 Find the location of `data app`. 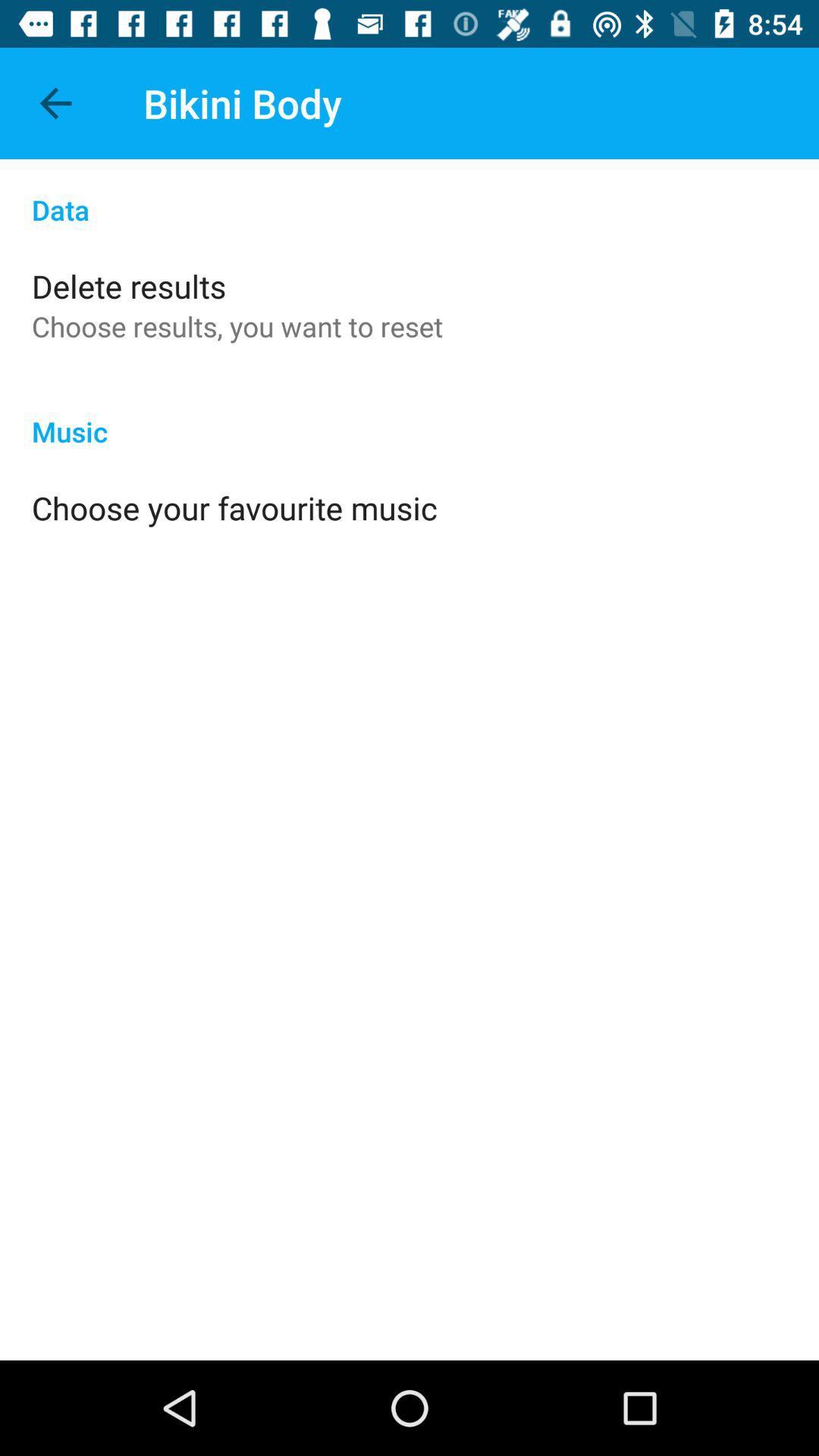

data app is located at coordinates (409, 193).